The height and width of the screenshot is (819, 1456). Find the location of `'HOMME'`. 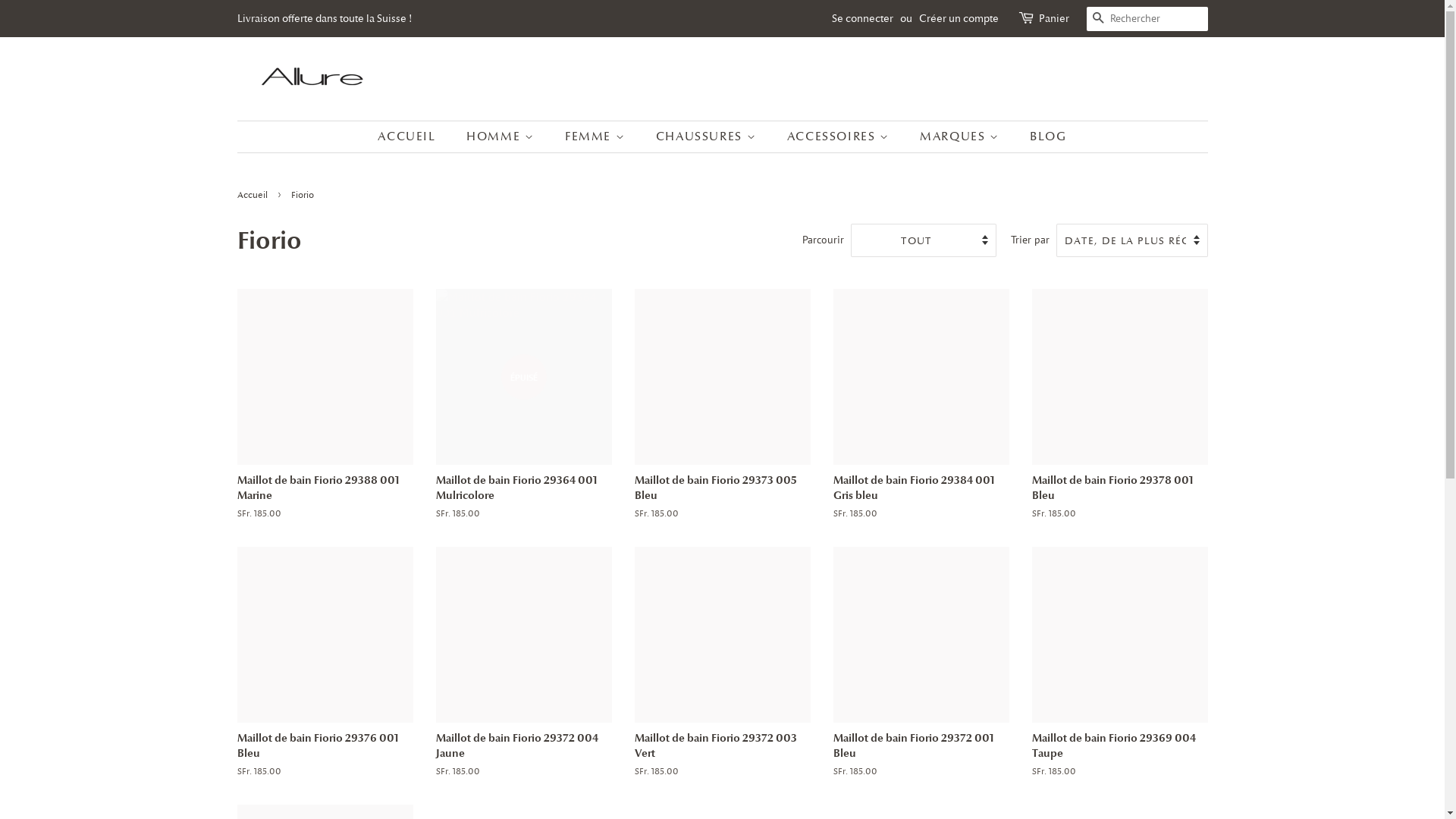

'HOMME' is located at coordinates (454, 136).